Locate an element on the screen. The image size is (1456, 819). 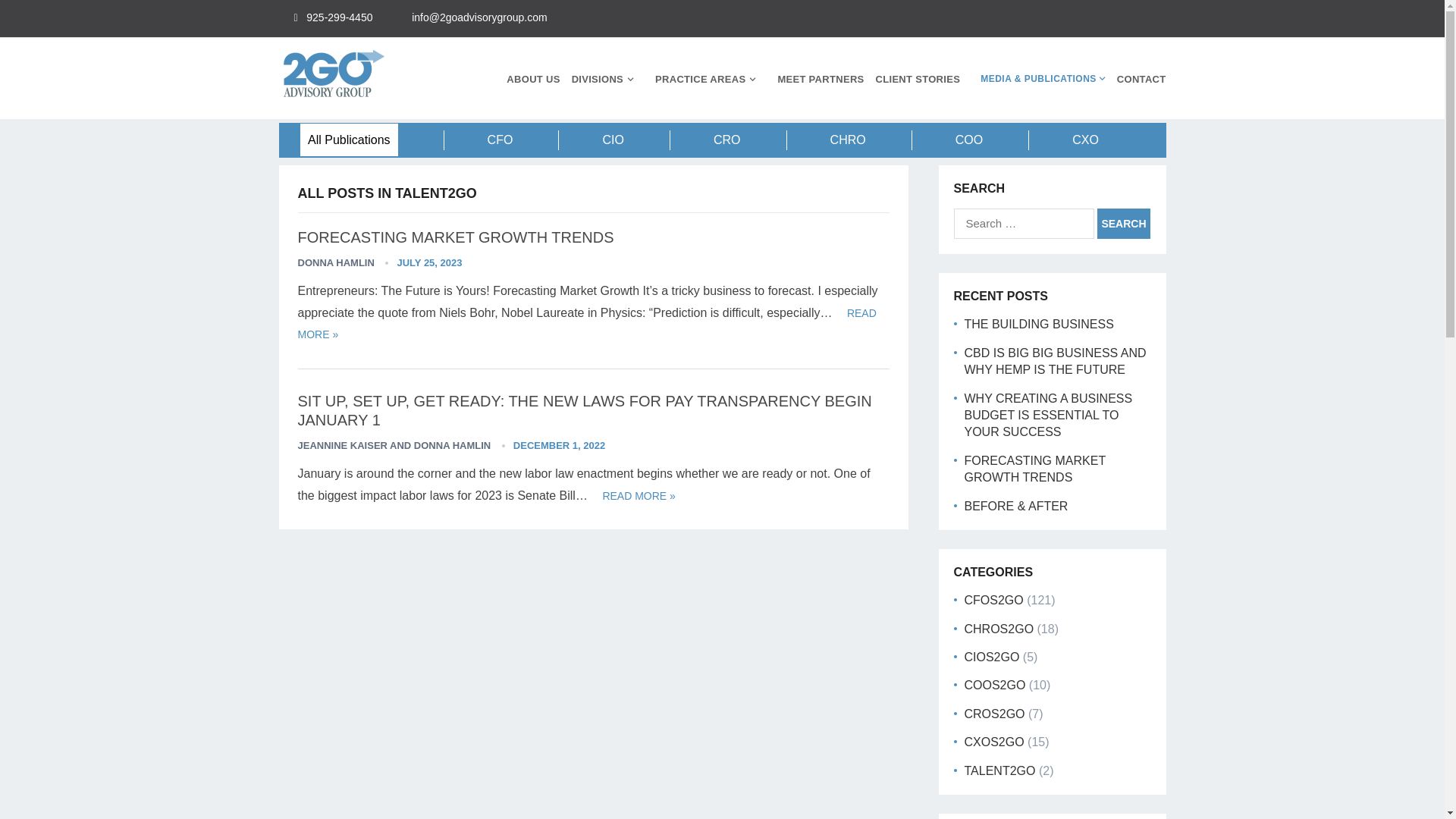
'info@2goadvisorygroup.com' is located at coordinates (479, 17).